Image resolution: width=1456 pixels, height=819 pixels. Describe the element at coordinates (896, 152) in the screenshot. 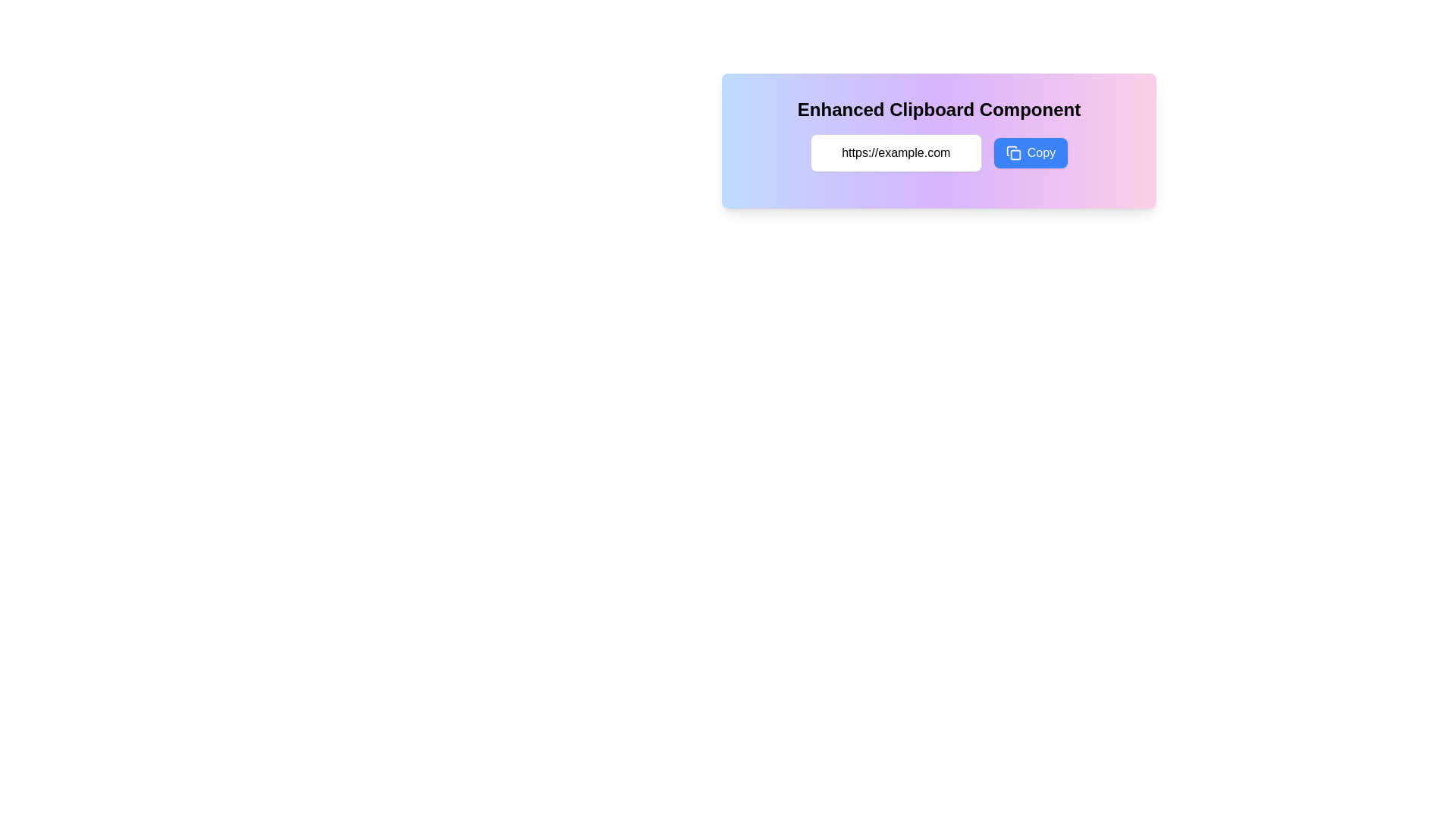

I see `the text input field displaying 'https://example.com' to focus on it` at that location.